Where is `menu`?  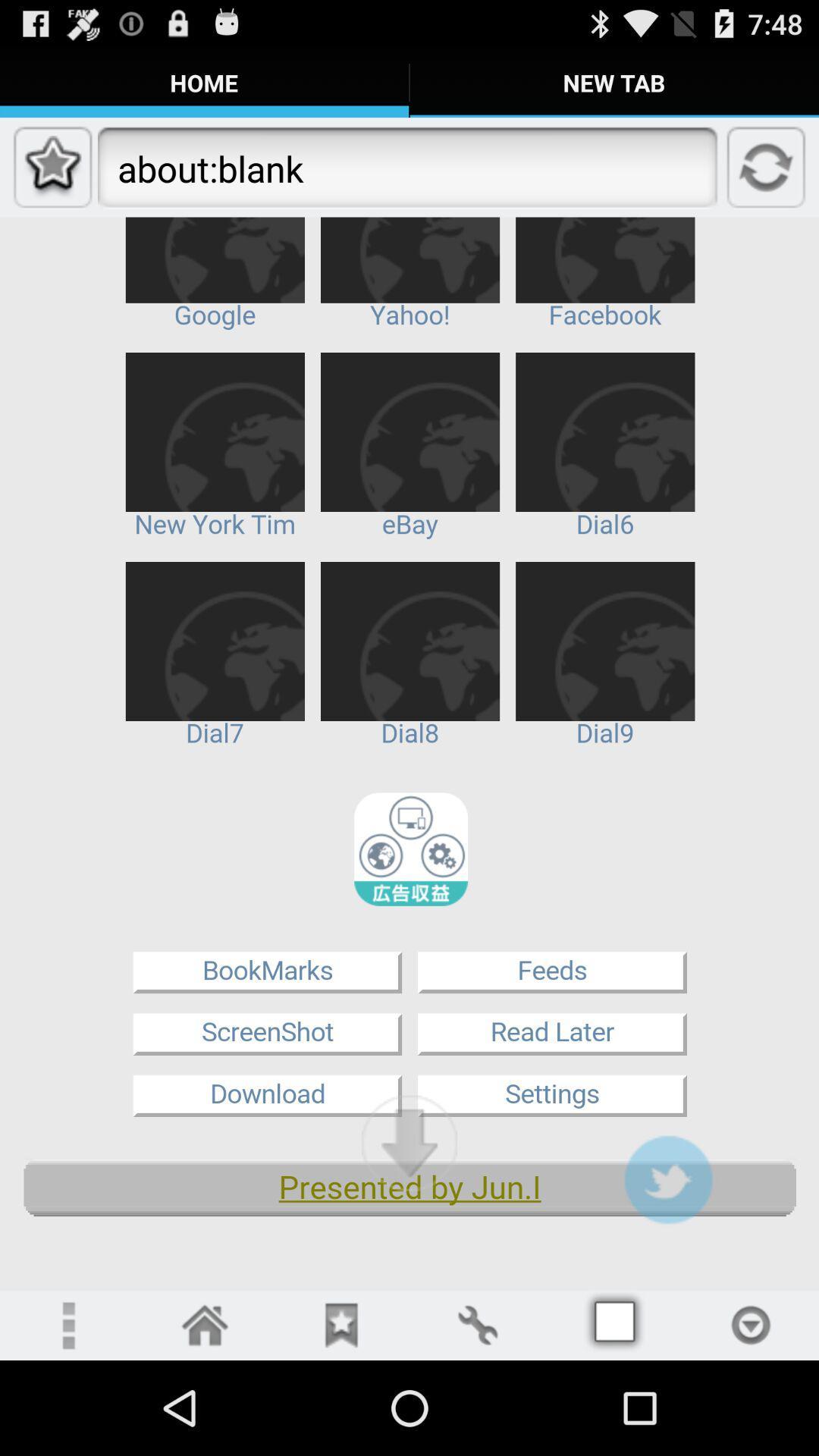 menu is located at coordinates (614, 1324).